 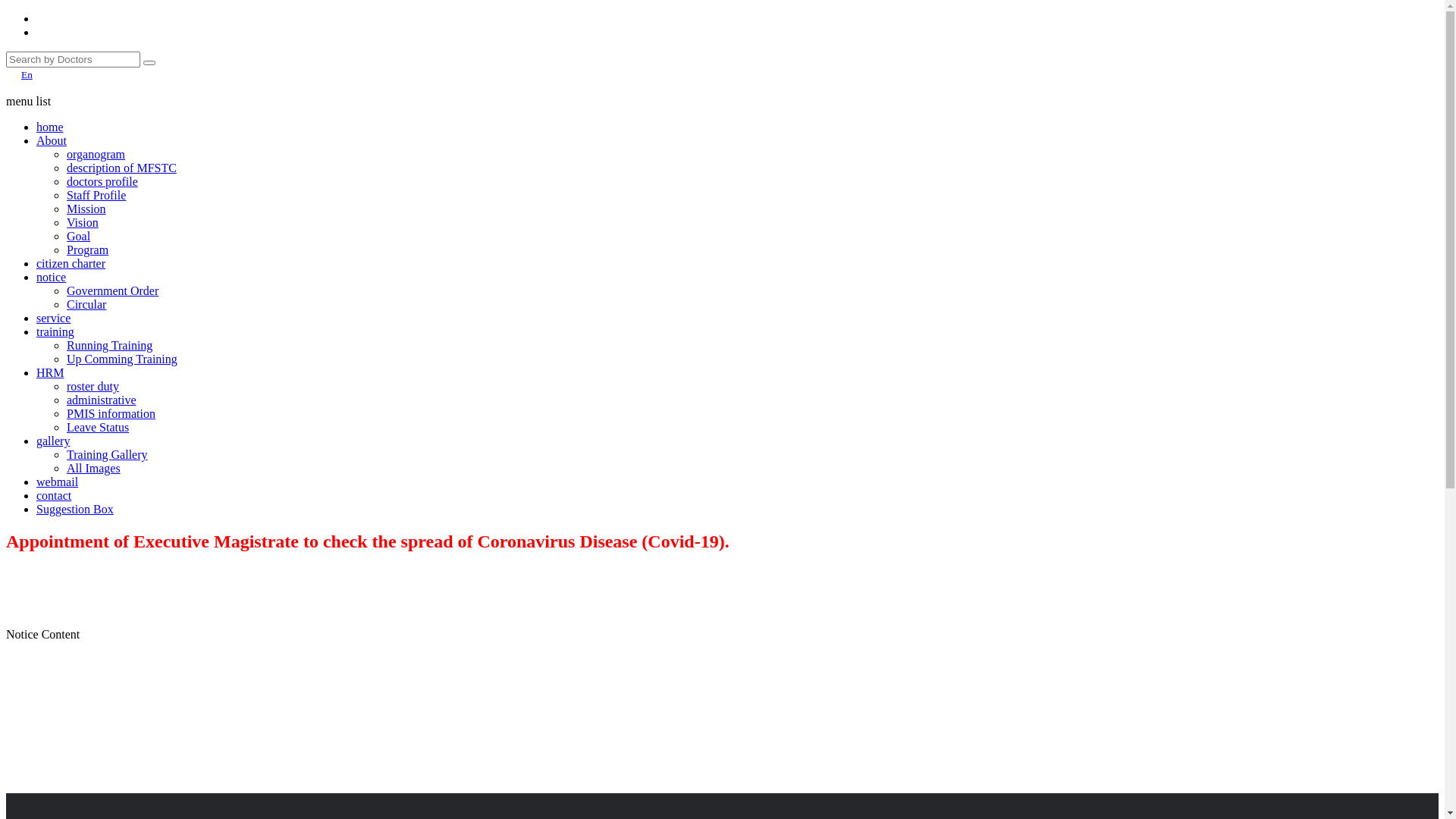 I want to click on 'training', so click(x=55, y=331).